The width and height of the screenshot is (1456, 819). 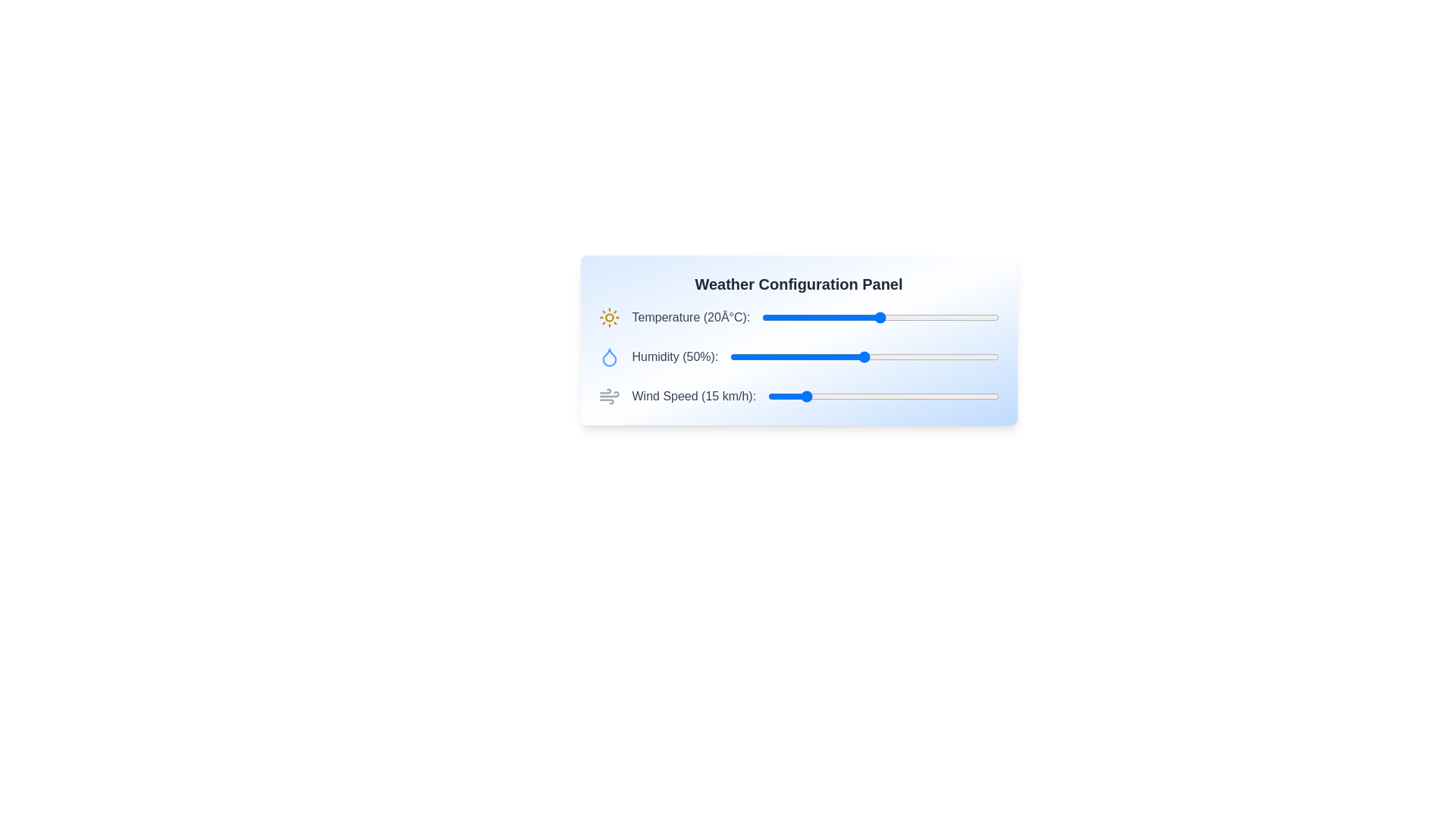 What do you see at coordinates (609, 396) in the screenshot?
I see `the wind icon for visual inspection` at bounding box center [609, 396].